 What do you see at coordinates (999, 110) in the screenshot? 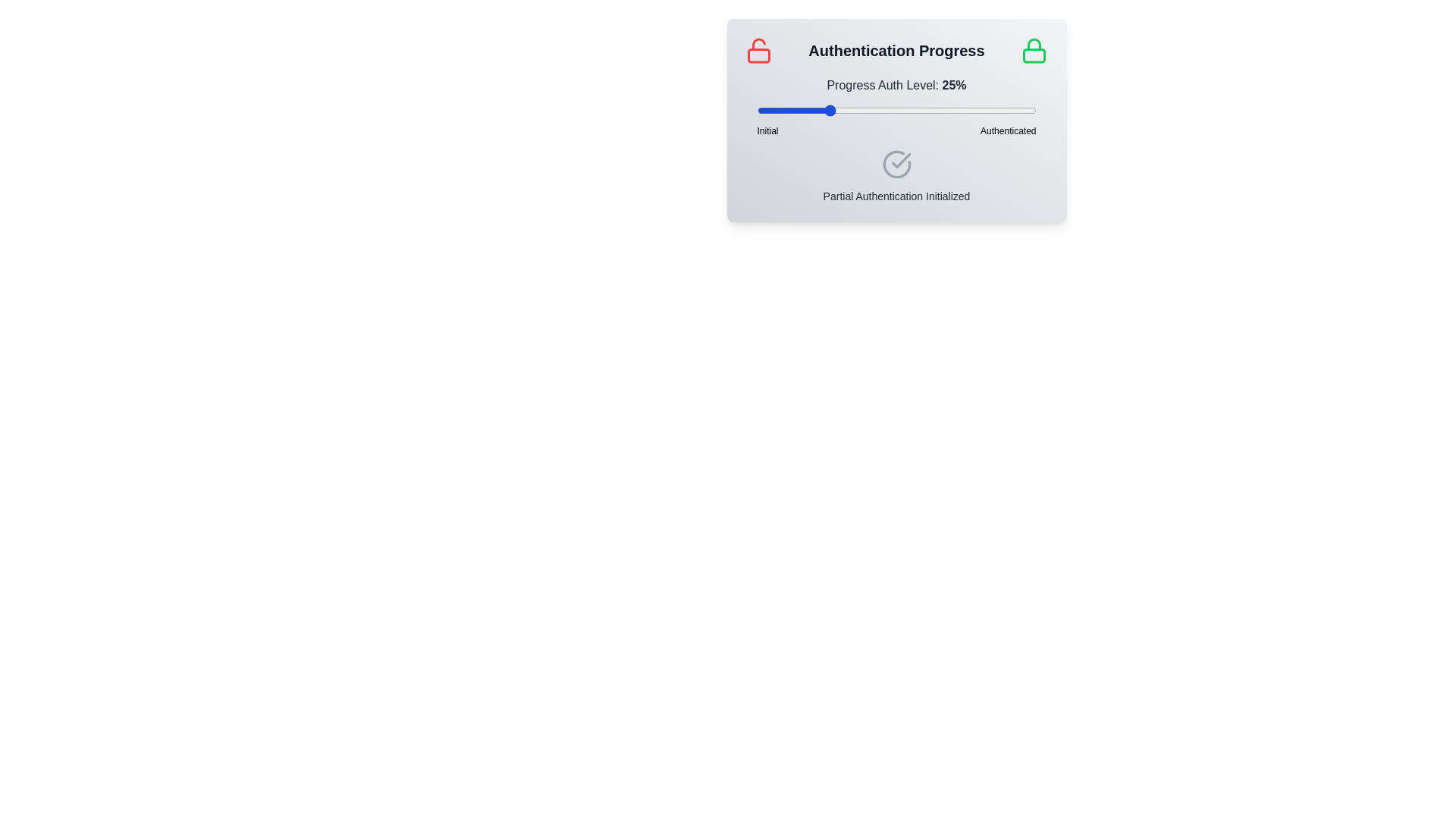
I see `the slider to set the authentication level to 87` at bounding box center [999, 110].